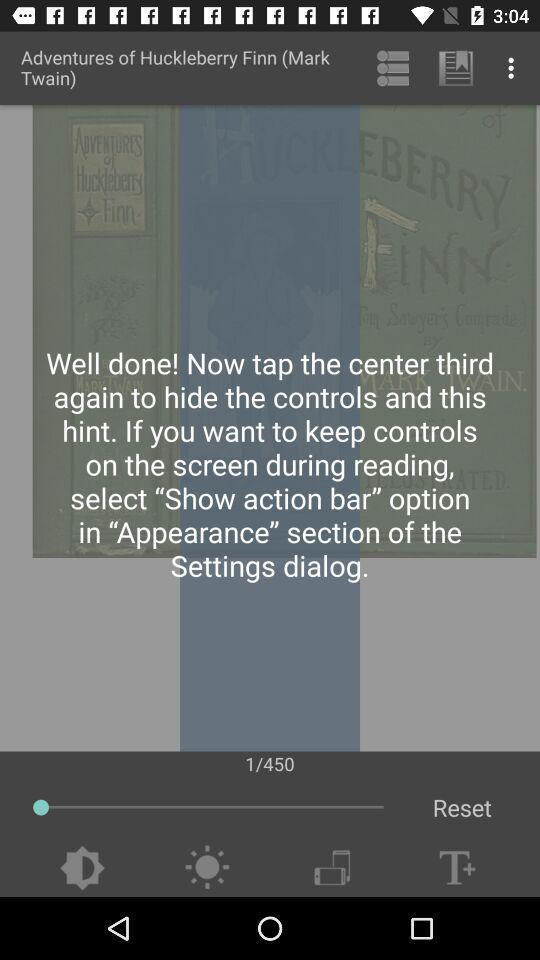  Describe the element at coordinates (206, 867) in the screenshot. I see `menu` at that location.